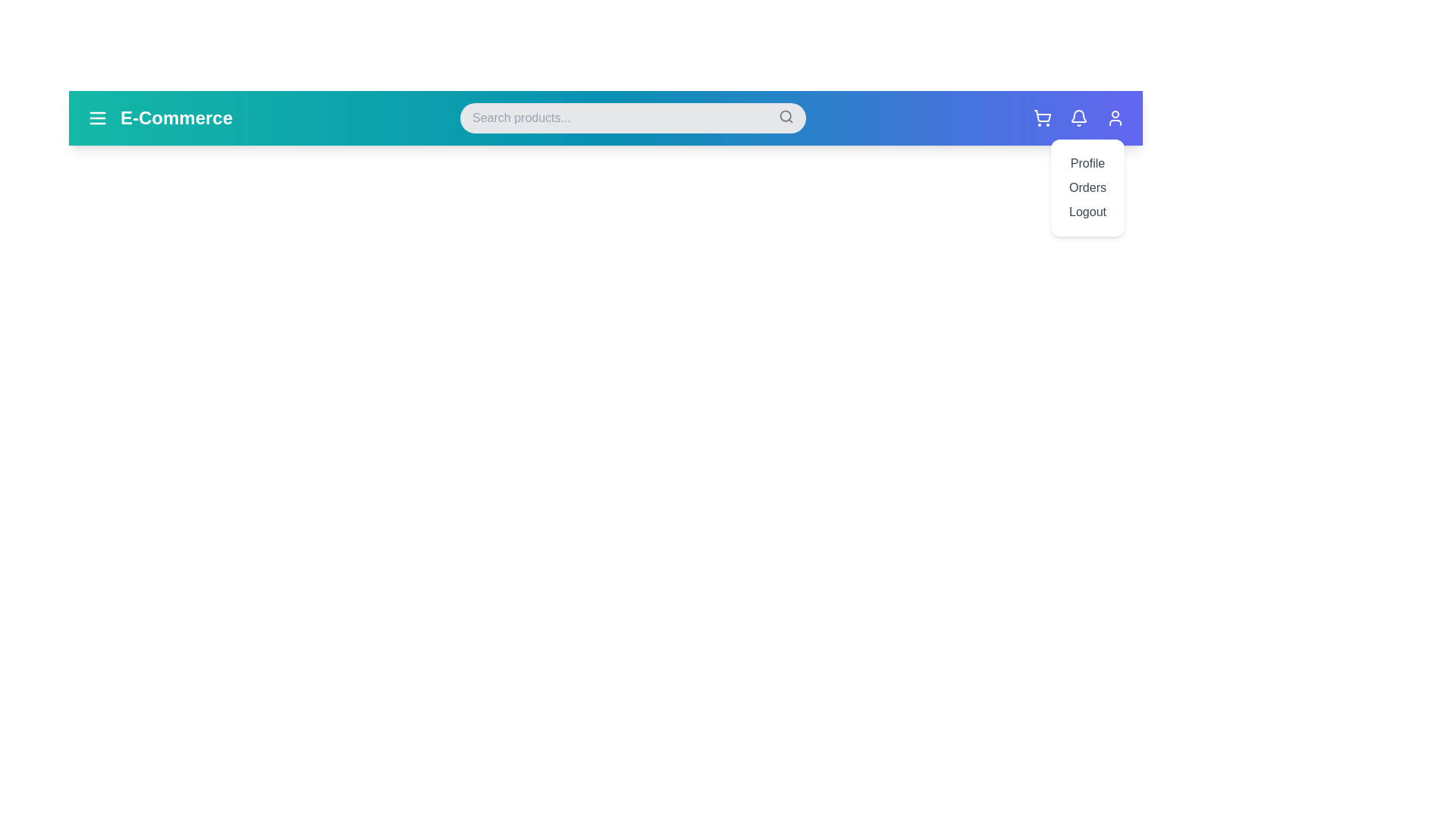 The height and width of the screenshot is (819, 1456). What do you see at coordinates (1078, 117) in the screenshot?
I see `the notifications icon to open the notifications menu` at bounding box center [1078, 117].